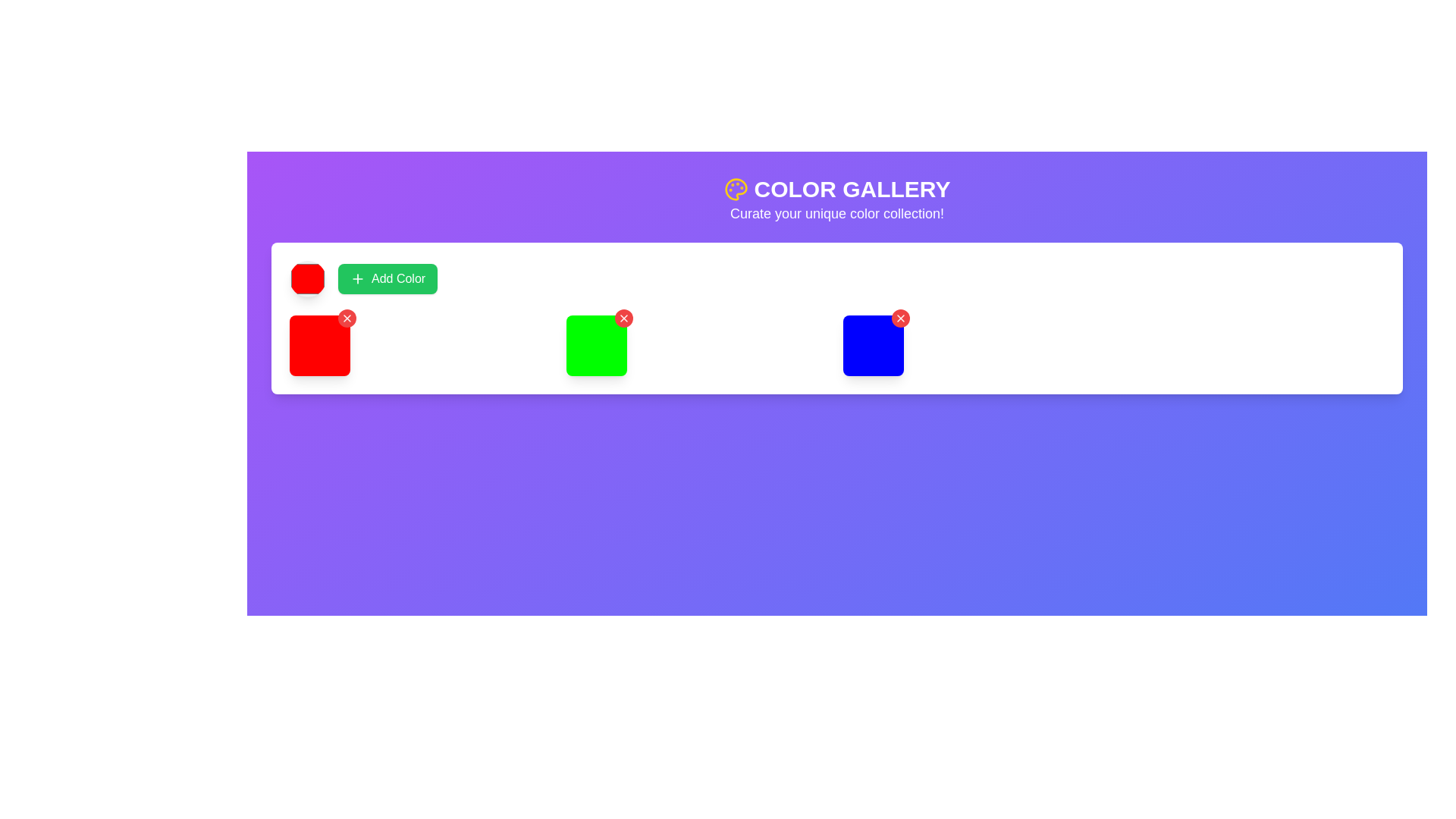  What do you see at coordinates (736, 189) in the screenshot?
I see `the decorative artist's palette icon located to the left of the 'COLOR GALLERY' title in the top central portion of the interface` at bounding box center [736, 189].